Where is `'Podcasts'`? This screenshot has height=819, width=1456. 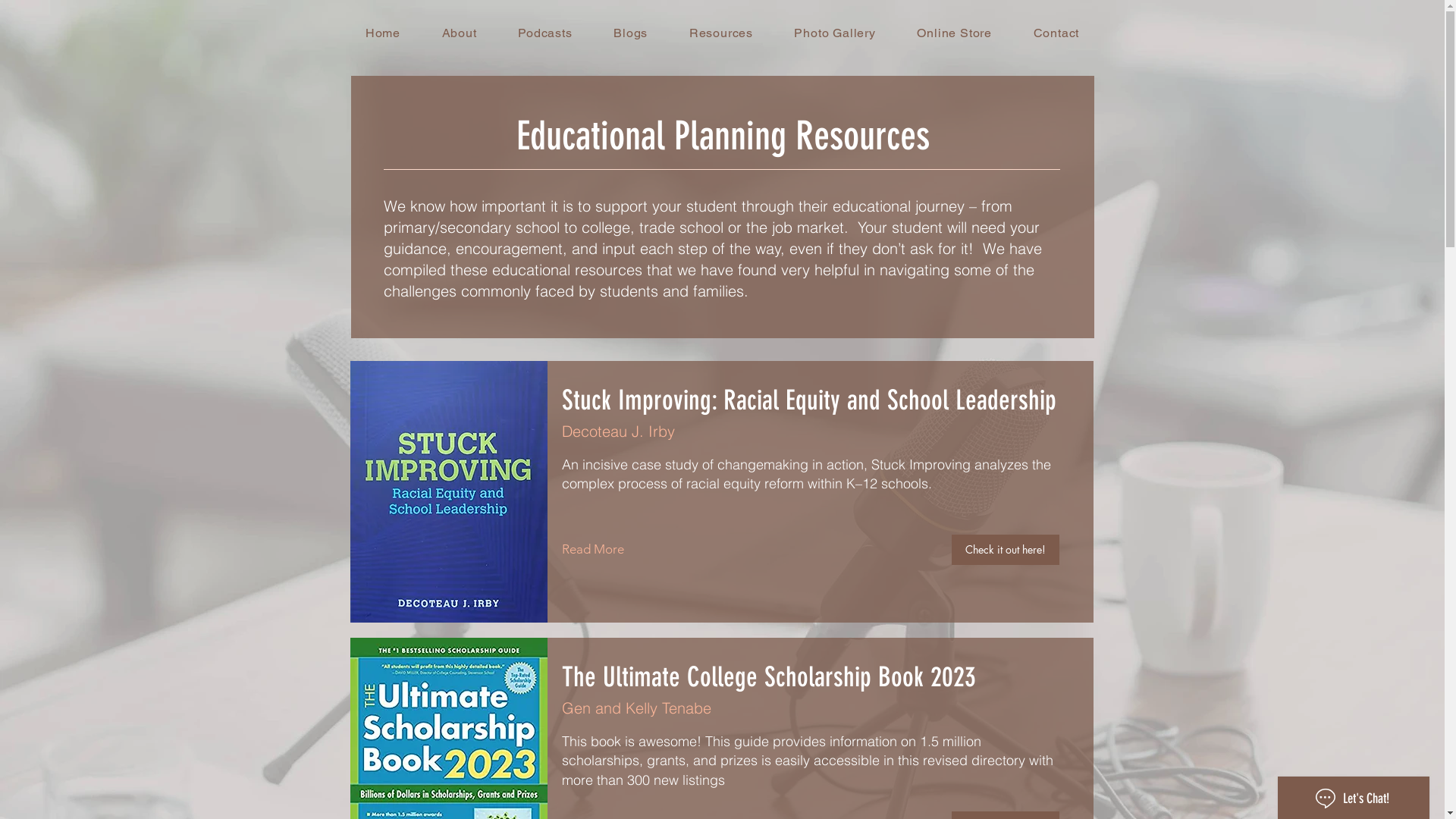
'Podcasts' is located at coordinates (545, 33).